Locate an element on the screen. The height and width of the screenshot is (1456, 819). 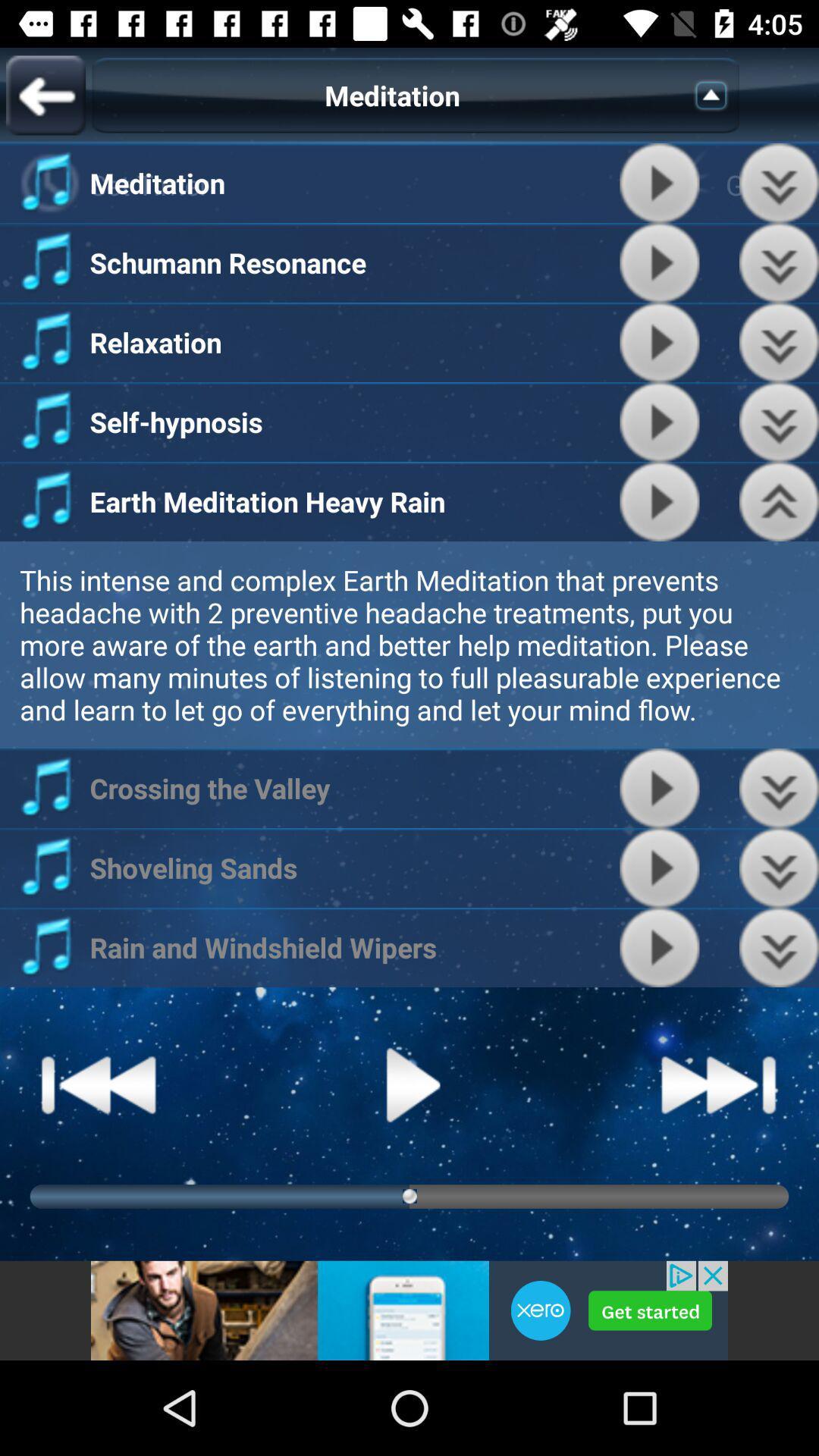
the play is located at coordinates (659, 501).